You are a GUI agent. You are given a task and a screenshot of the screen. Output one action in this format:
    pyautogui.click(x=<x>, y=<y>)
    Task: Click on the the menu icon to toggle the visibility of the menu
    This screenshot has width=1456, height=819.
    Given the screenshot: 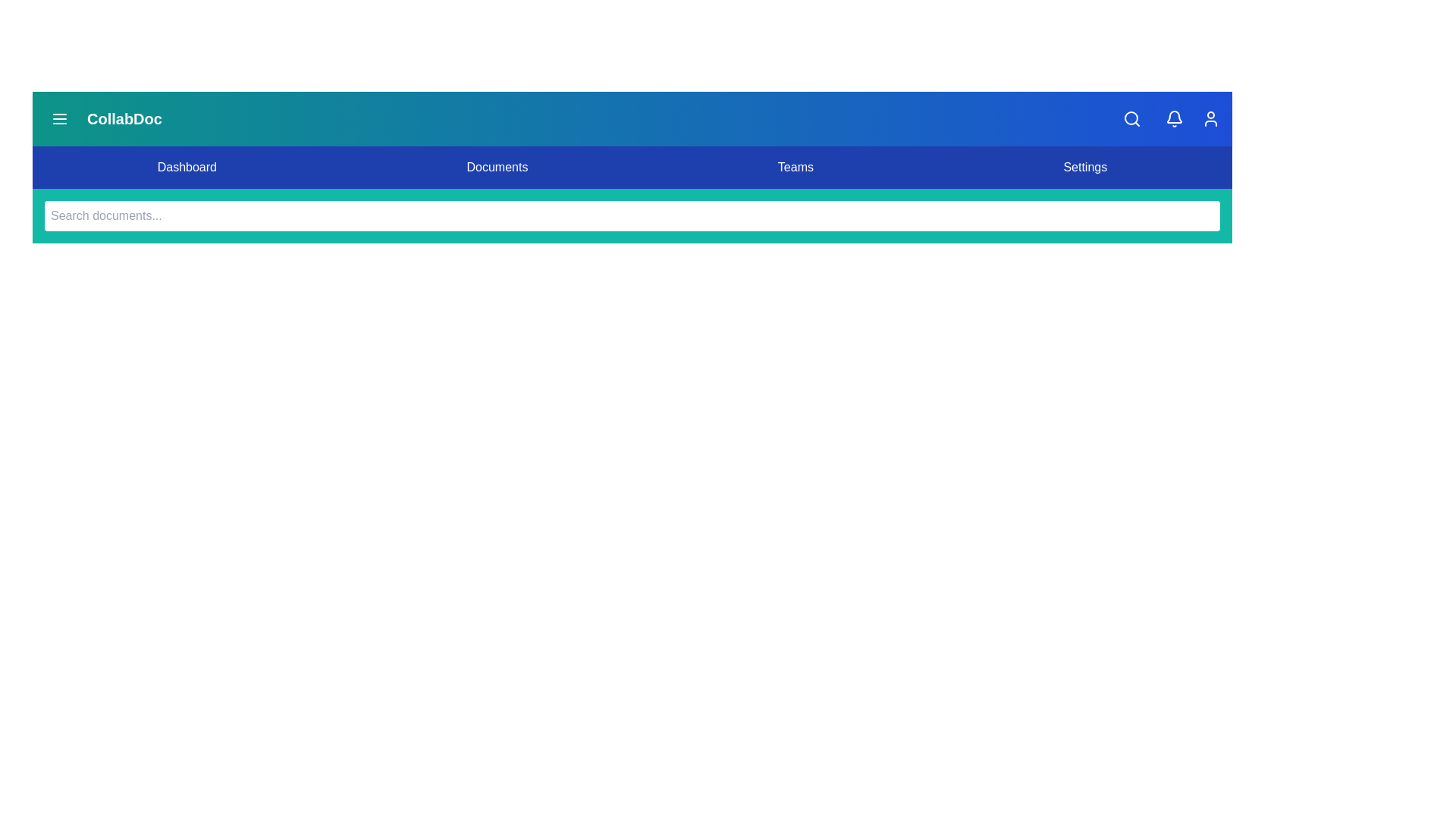 What is the action you would take?
    pyautogui.click(x=59, y=118)
    